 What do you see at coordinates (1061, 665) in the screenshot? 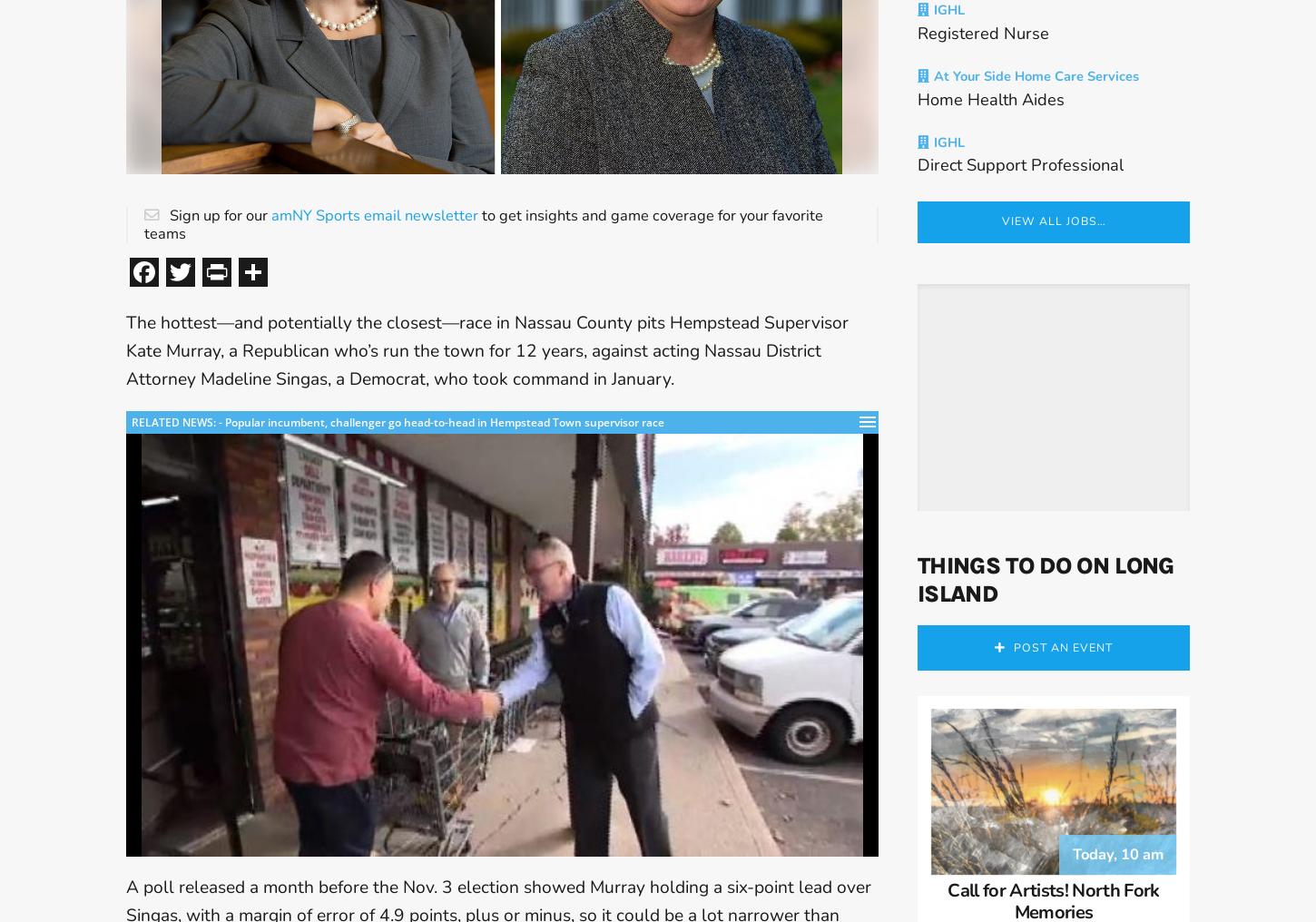
I see `'Post an Event'` at bounding box center [1061, 665].